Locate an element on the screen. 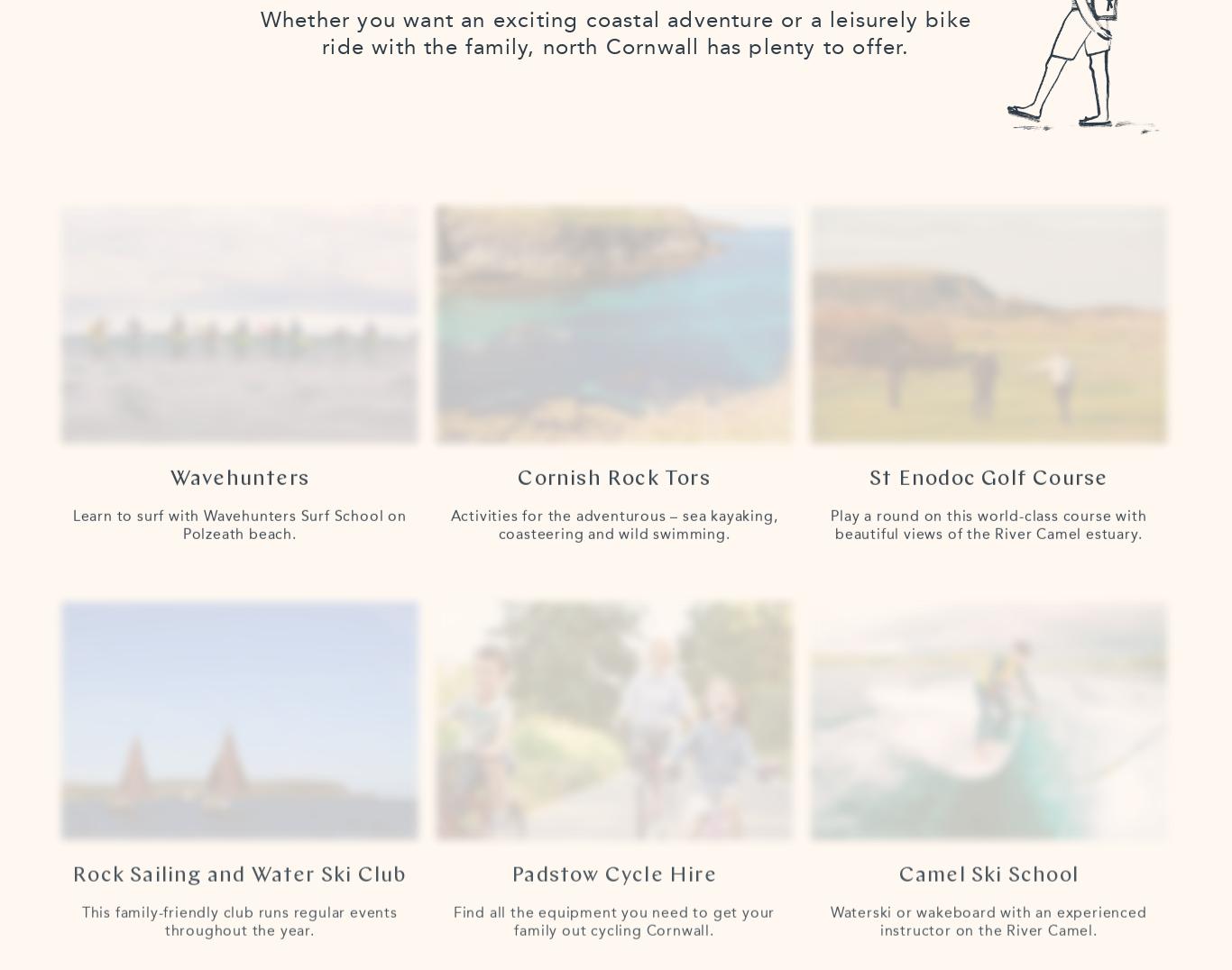 The width and height of the screenshot is (1232, 970). 'Padstow Cycle Hire' is located at coordinates (612, 865).